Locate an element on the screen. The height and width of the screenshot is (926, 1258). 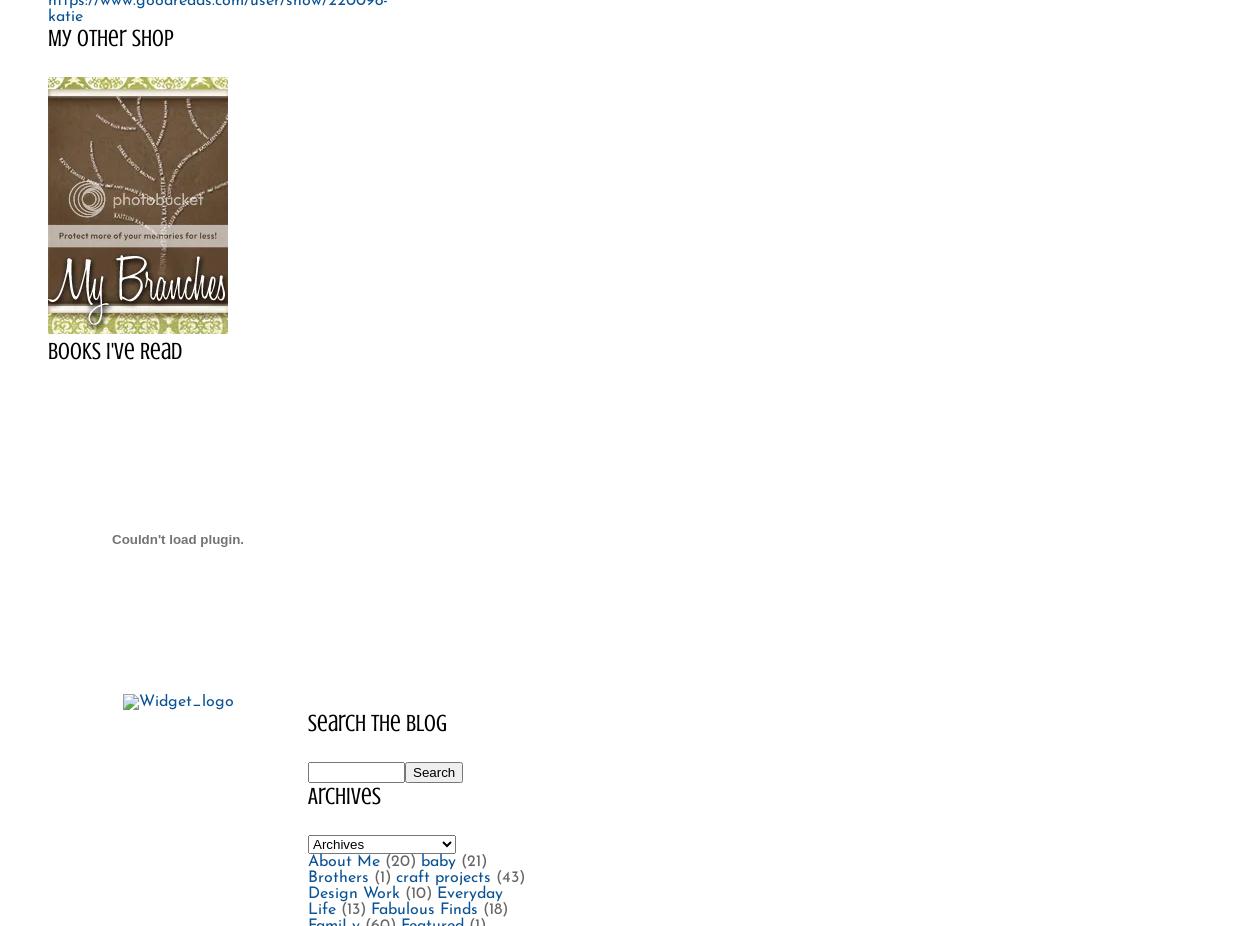
'Books I've Read' is located at coordinates (114, 350).